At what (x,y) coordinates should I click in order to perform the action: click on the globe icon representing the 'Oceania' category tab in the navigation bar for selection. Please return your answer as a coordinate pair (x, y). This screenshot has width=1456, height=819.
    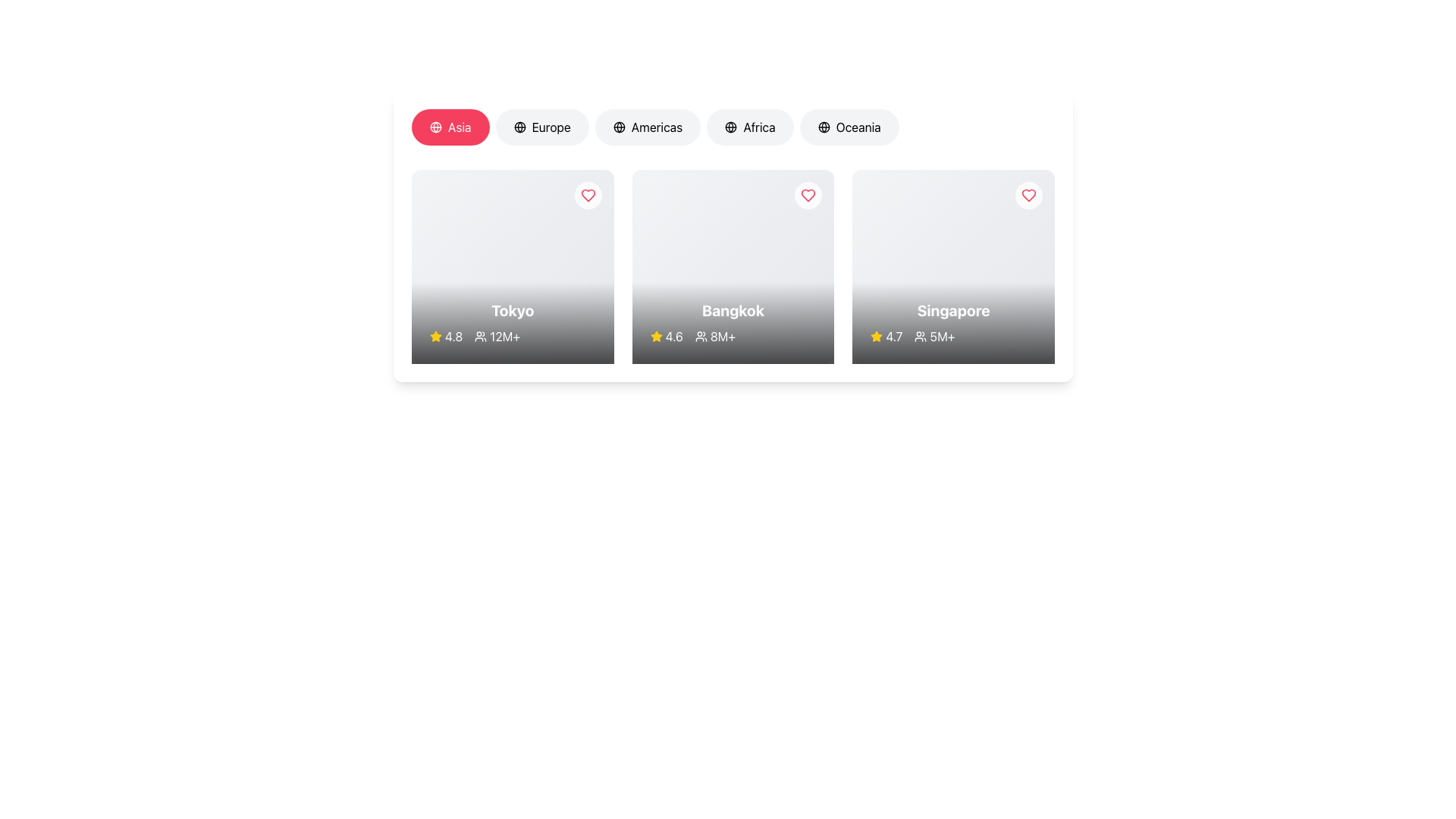
    Looking at the image, I should click on (823, 127).